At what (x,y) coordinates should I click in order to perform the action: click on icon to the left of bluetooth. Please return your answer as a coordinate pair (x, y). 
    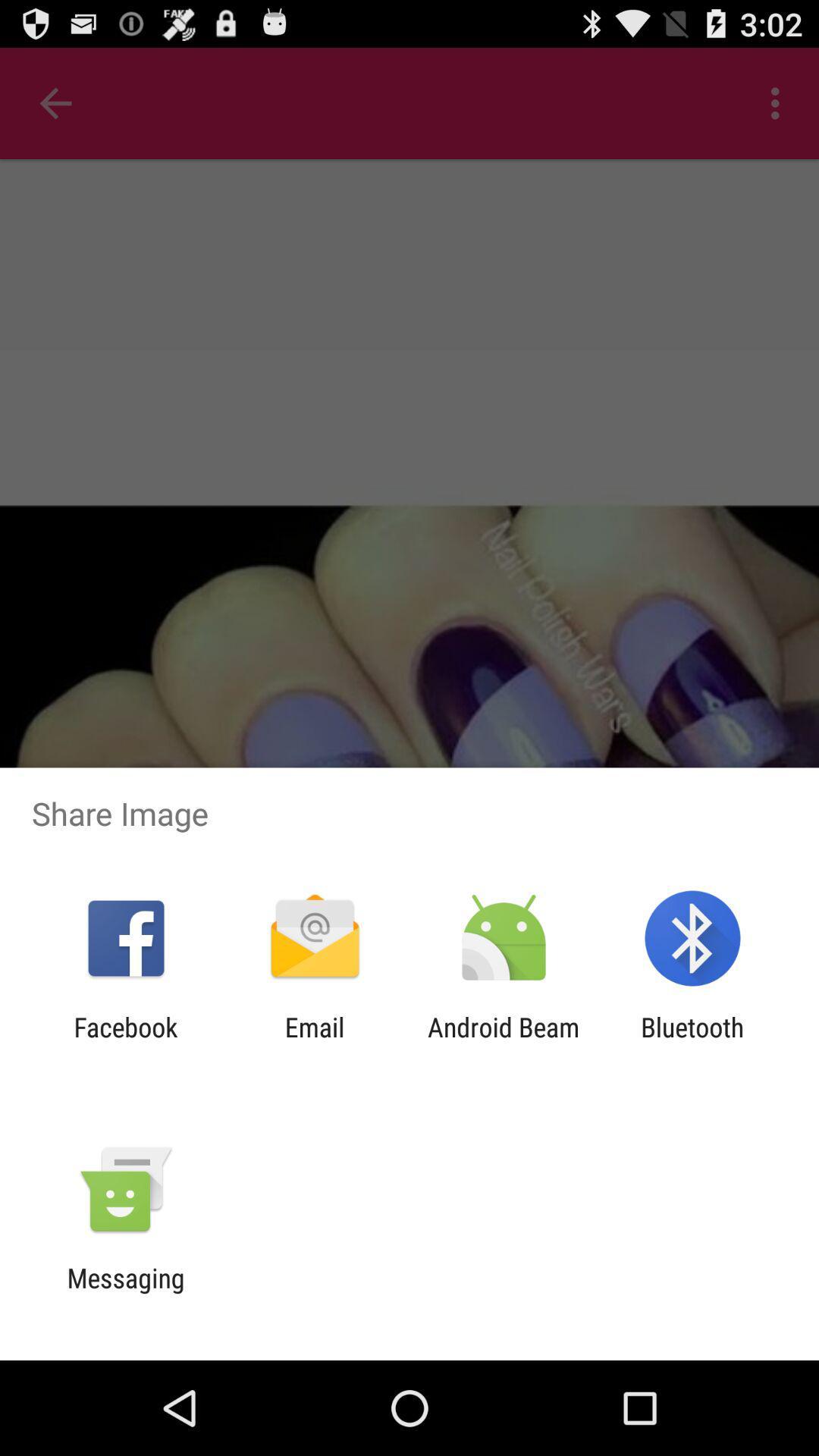
    Looking at the image, I should click on (504, 1042).